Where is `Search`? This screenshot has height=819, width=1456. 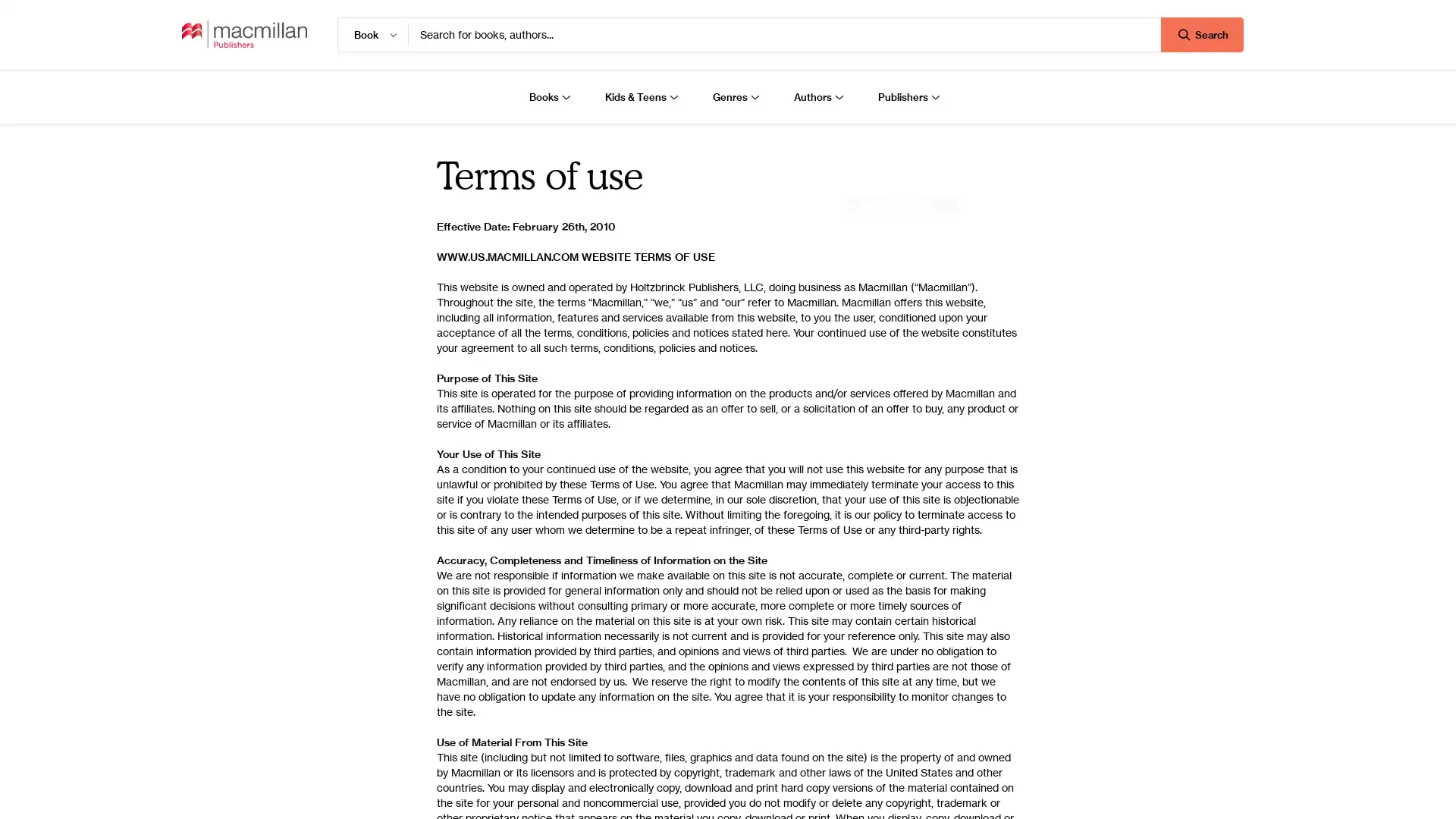 Search is located at coordinates (1201, 34).